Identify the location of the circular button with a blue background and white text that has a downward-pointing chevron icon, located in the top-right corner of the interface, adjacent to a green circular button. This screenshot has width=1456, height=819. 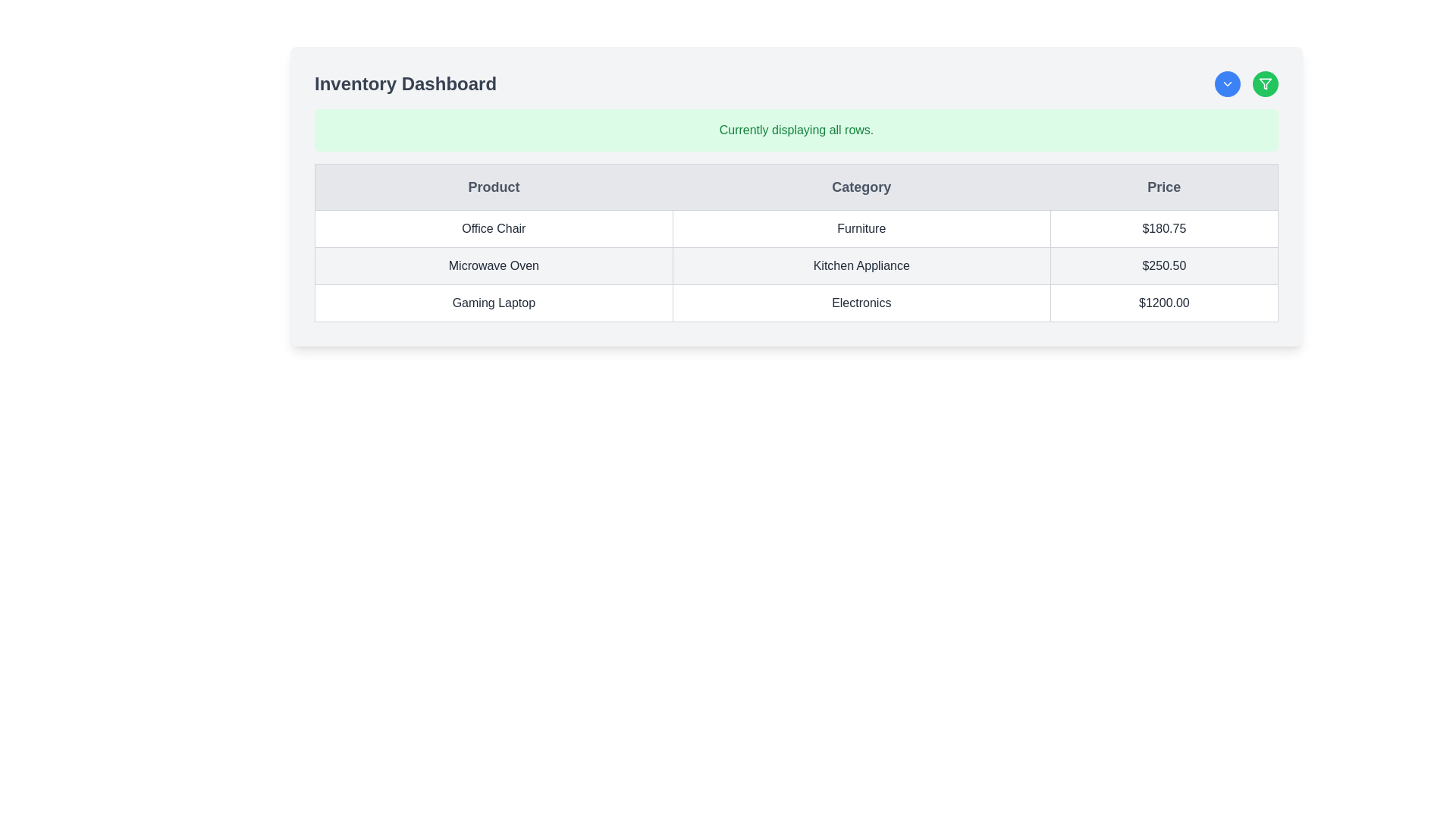
(1227, 84).